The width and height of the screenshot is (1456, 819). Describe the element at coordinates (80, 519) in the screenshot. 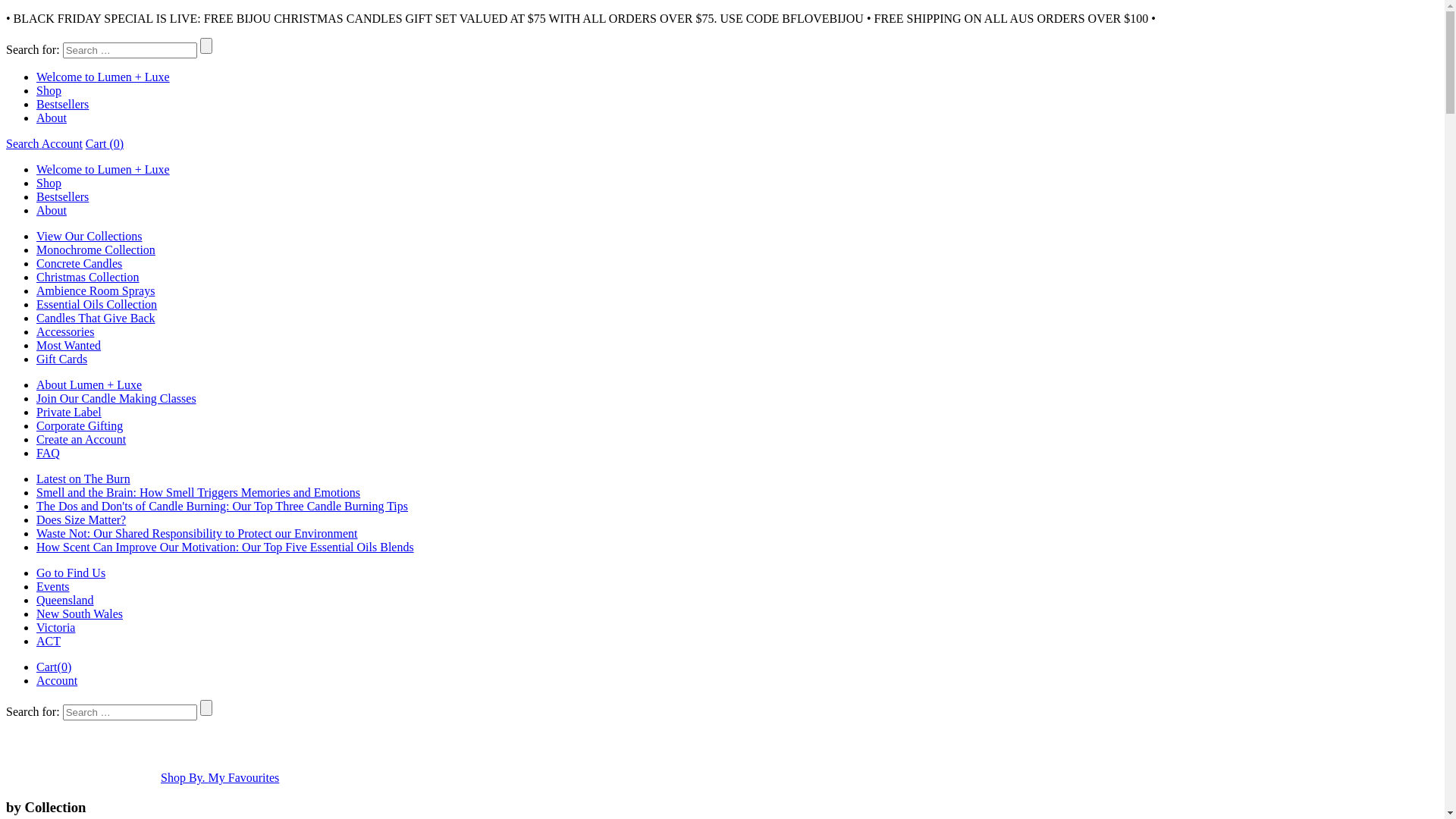

I see `'Does Size Matter?'` at that location.